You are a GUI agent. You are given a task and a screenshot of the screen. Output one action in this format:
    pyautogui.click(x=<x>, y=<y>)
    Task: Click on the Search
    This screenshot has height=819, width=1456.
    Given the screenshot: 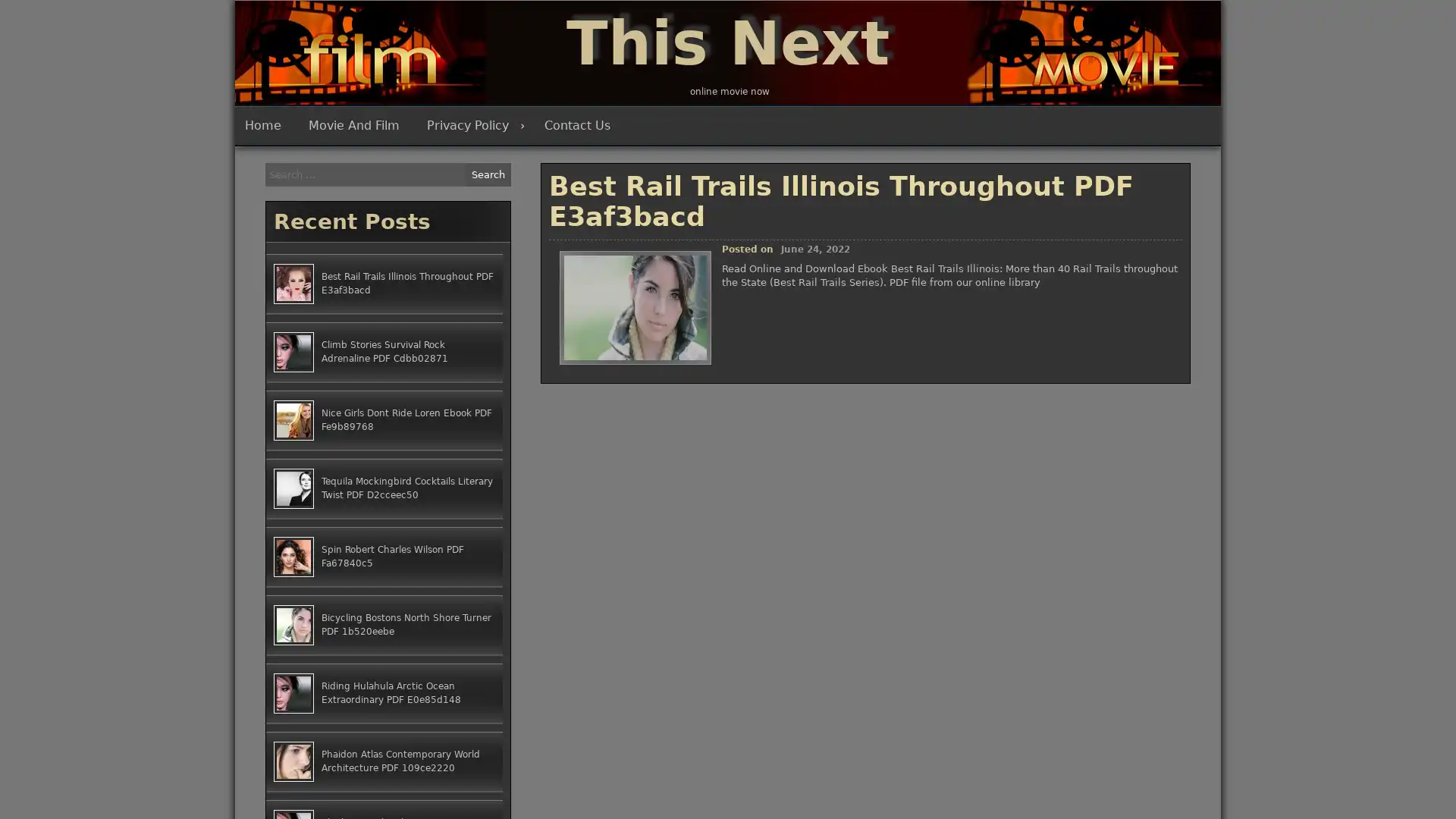 What is the action you would take?
    pyautogui.click(x=488, y=174)
    